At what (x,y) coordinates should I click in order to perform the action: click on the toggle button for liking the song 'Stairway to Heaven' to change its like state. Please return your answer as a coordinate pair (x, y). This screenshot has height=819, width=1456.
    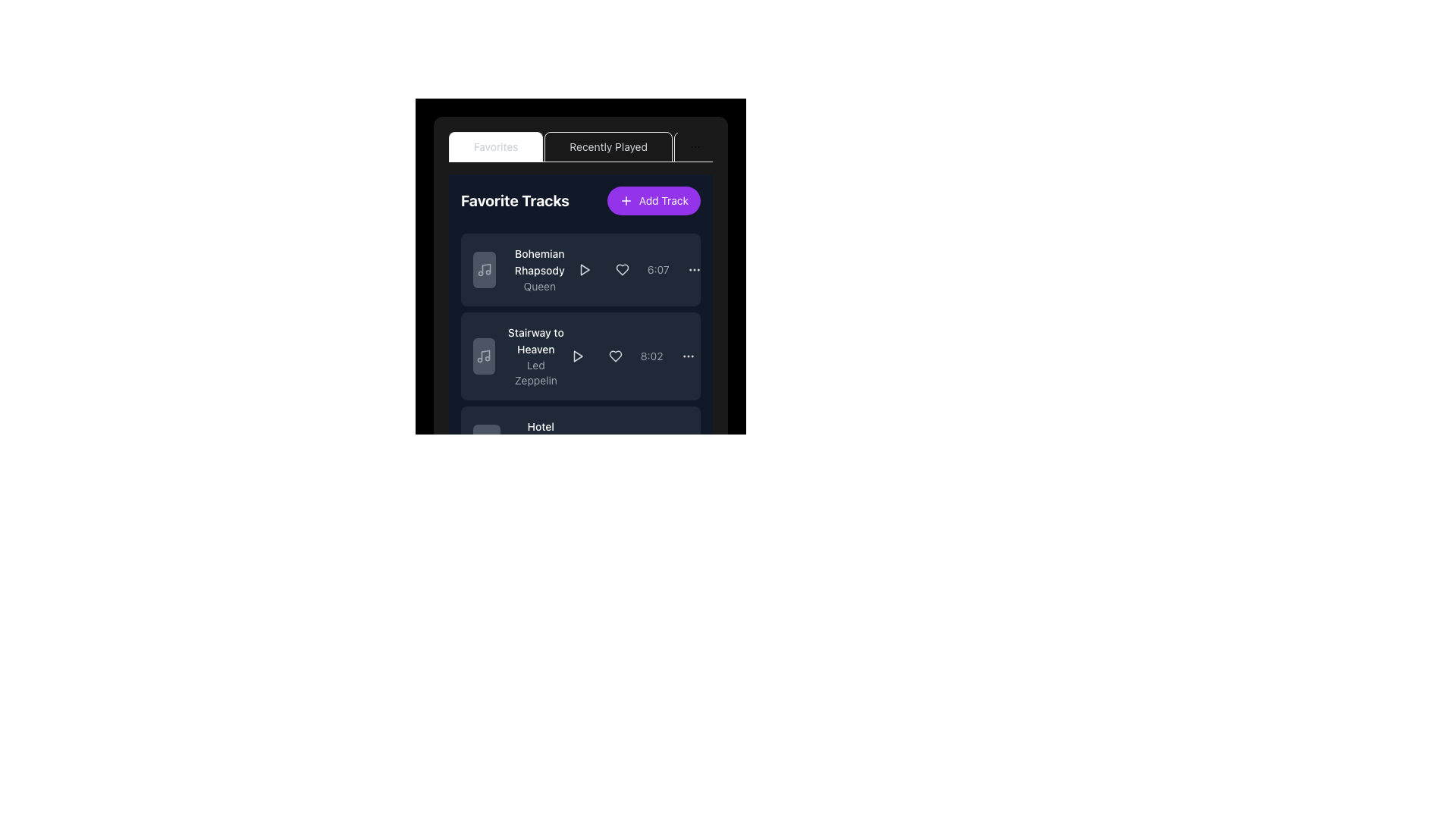
    Looking at the image, I should click on (615, 356).